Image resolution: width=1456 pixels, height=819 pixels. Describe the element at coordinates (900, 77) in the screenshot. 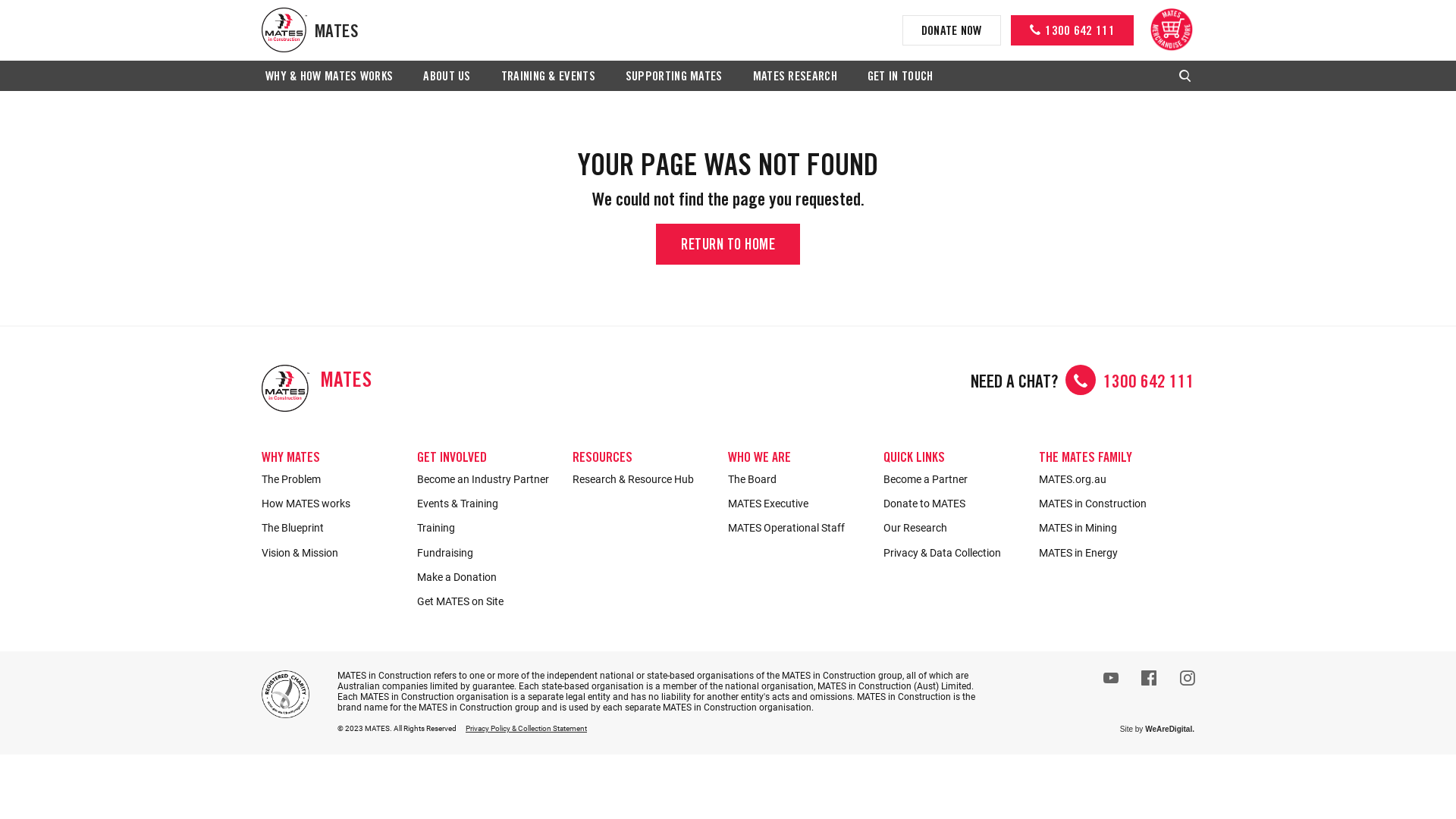

I see `'GET IN TOUCH'` at that location.